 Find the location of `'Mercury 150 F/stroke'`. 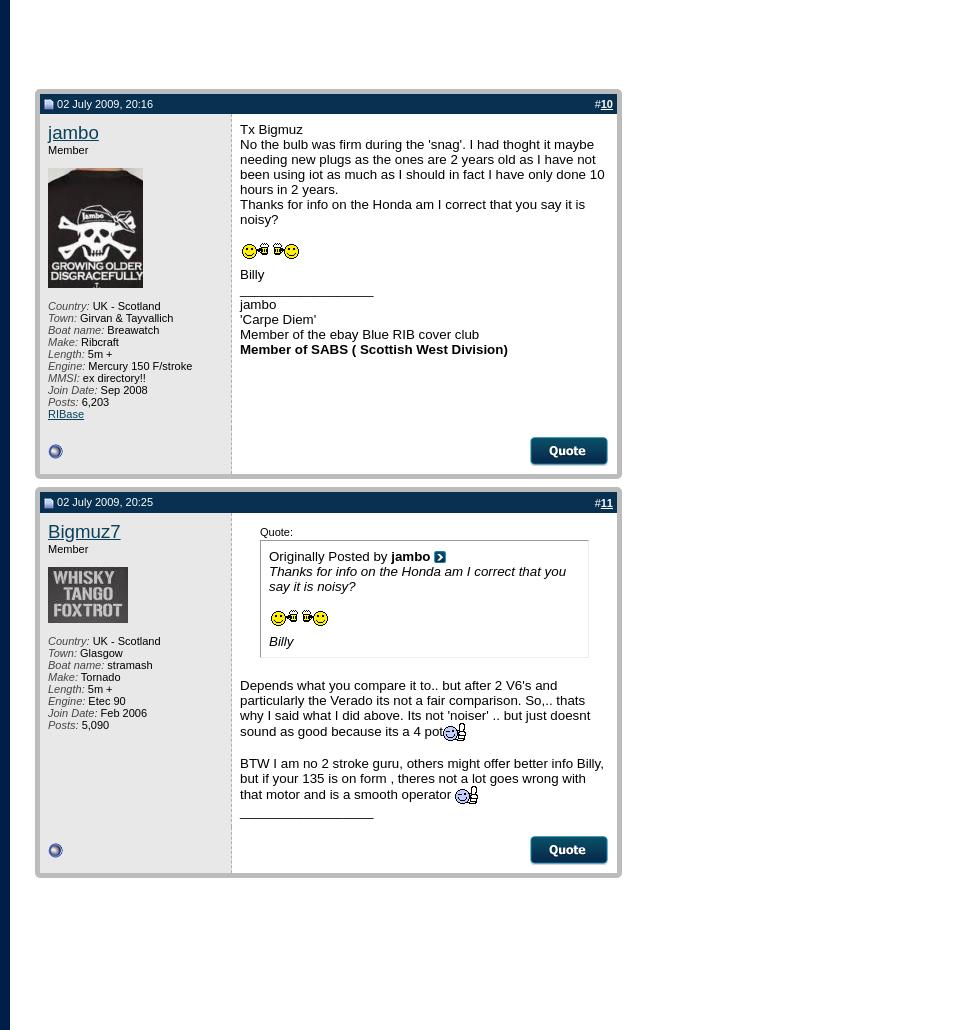

'Mercury 150 F/stroke' is located at coordinates (138, 365).